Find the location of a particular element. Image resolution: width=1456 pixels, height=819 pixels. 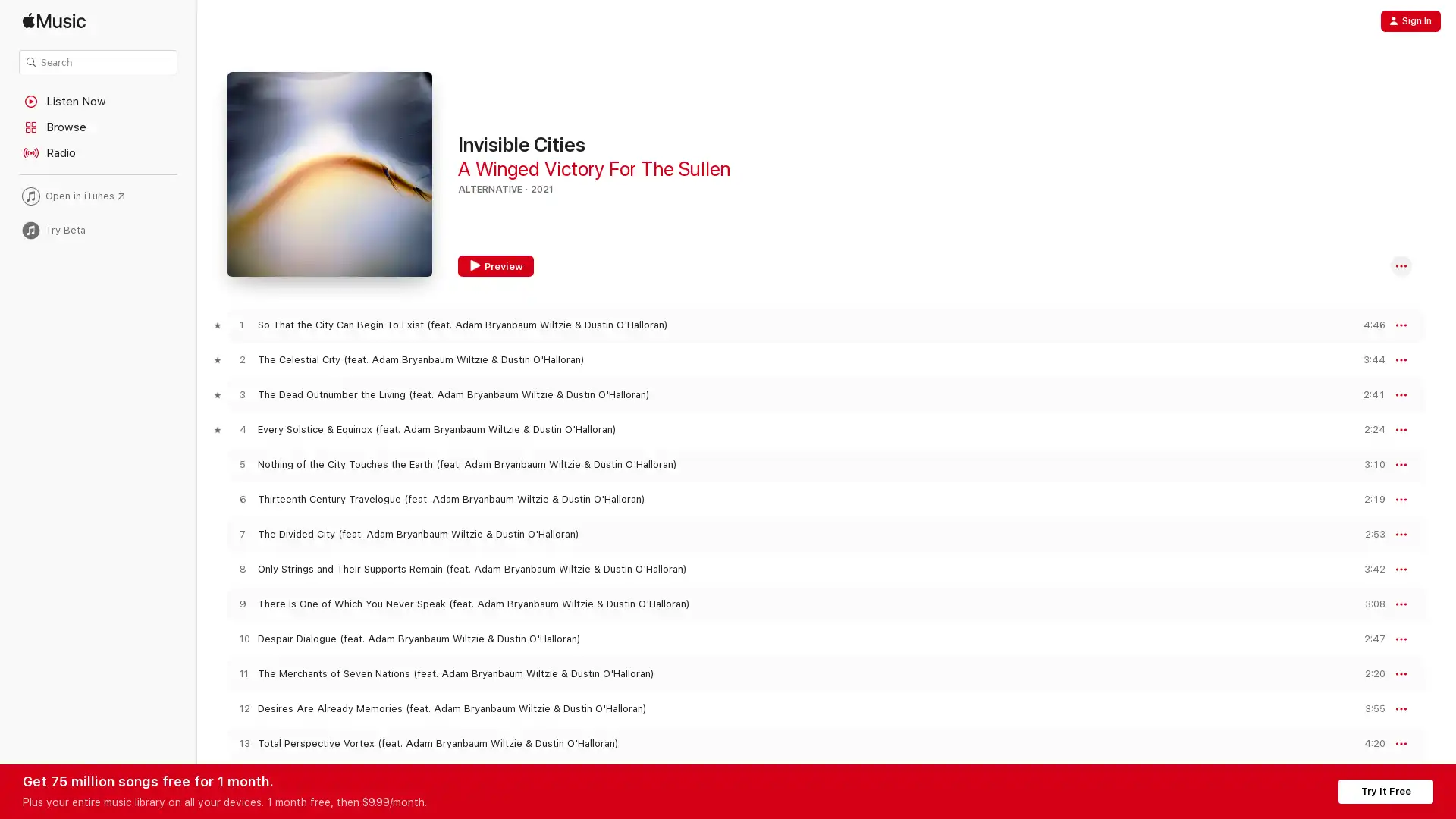

Preview is located at coordinates (495, 265).